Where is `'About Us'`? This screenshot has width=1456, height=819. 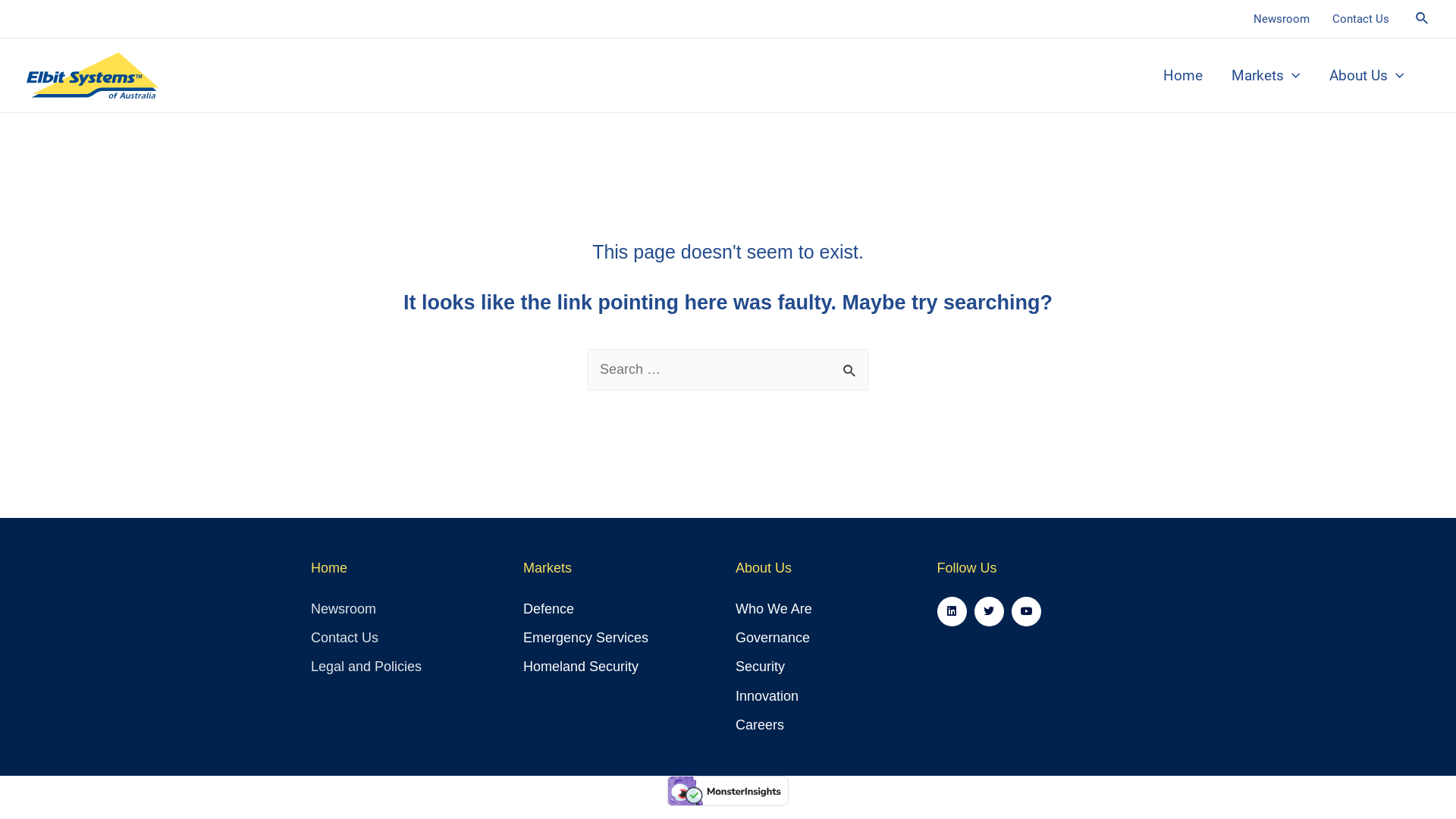
'About Us' is located at coordinates (1366, 75).